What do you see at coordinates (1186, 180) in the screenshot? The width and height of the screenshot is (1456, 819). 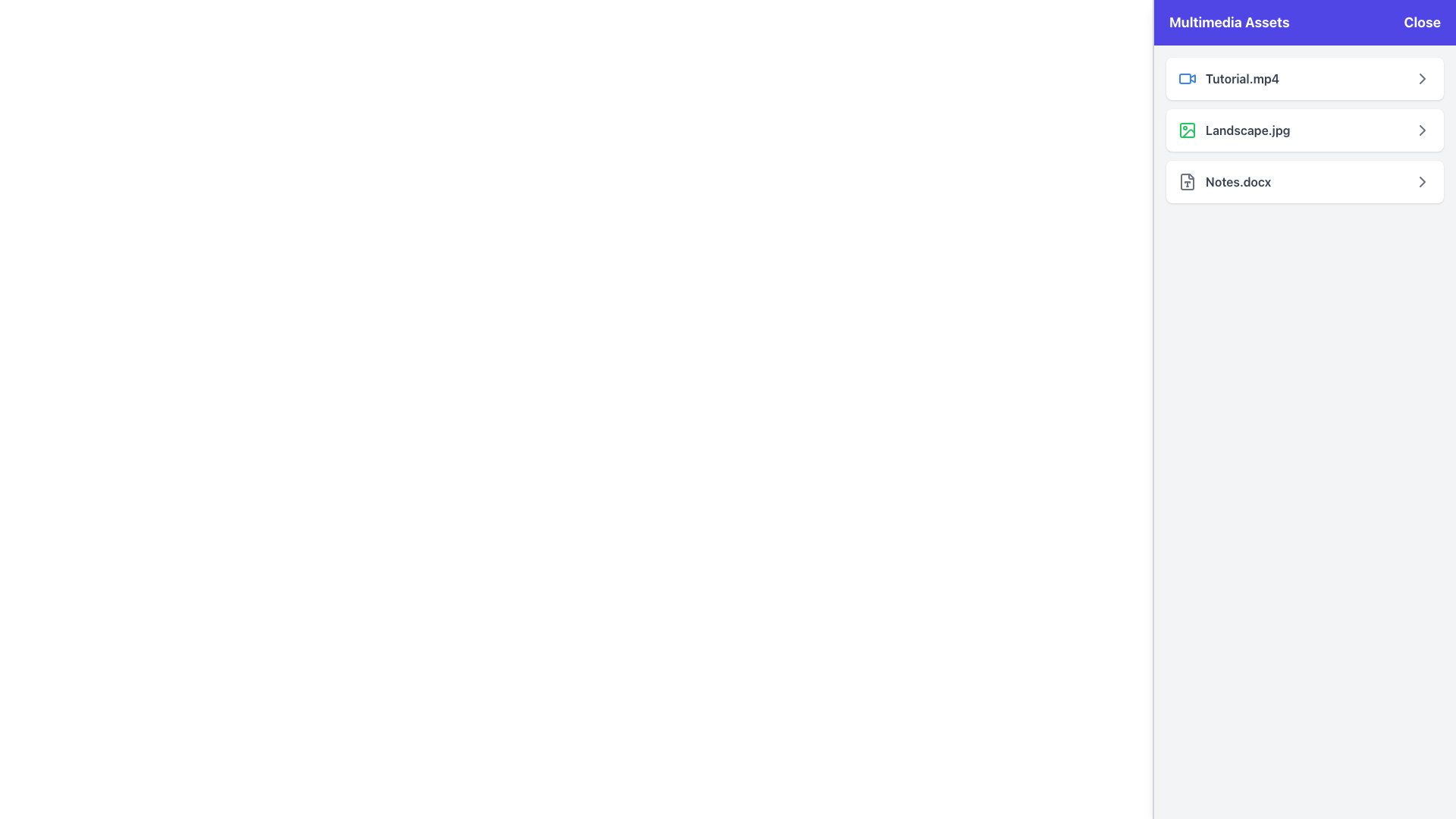 I see `the visual identifier icon for the 'Notes.docx' document file, which is located in the multimedia assets section of the file list, positioned between 'Landscape.jpg' and subsequent items` at bounding box center [1186, 180].